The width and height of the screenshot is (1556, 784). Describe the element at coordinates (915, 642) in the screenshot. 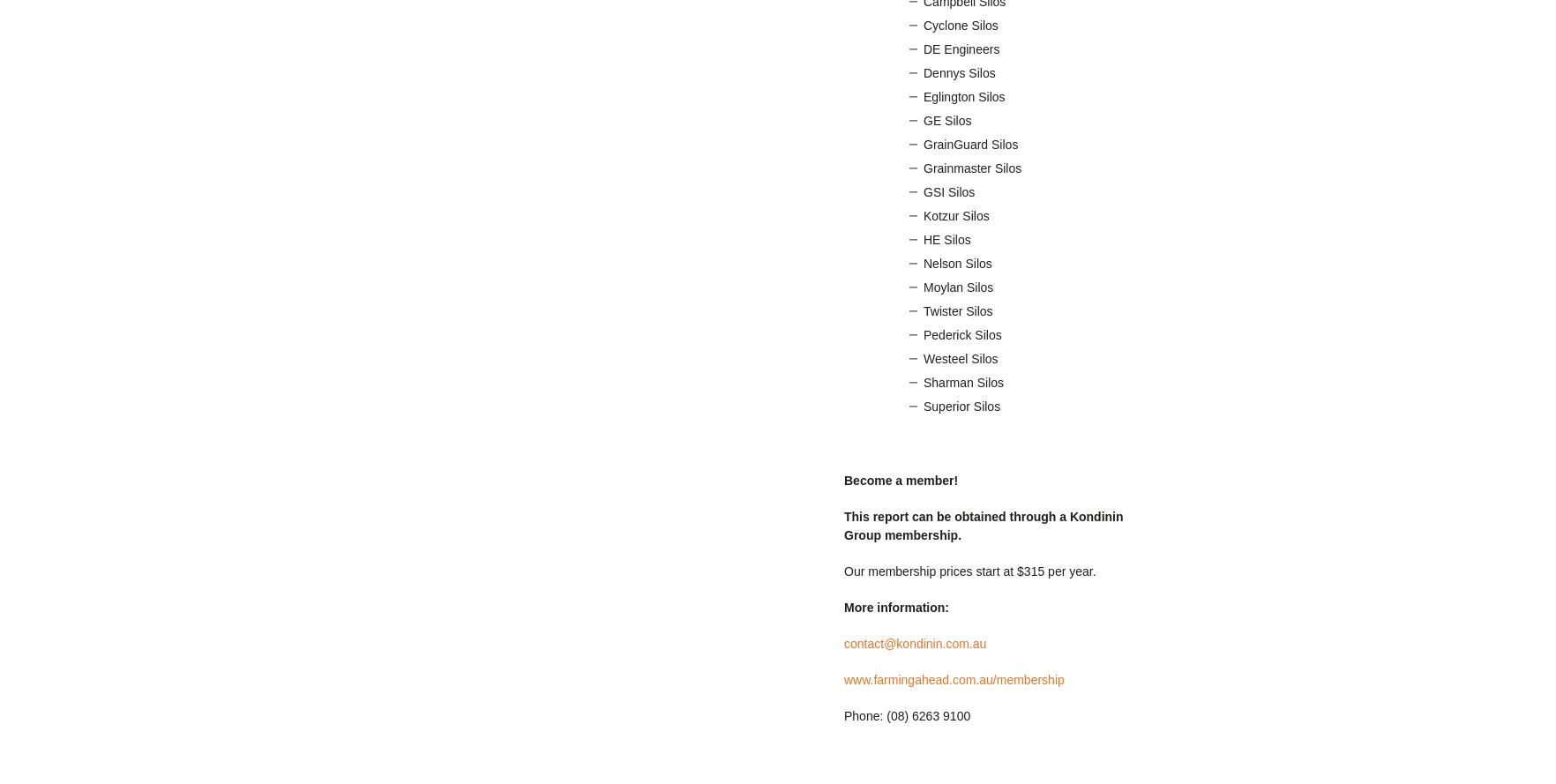

I see `'contact@kondinin.com.au'` at that location.